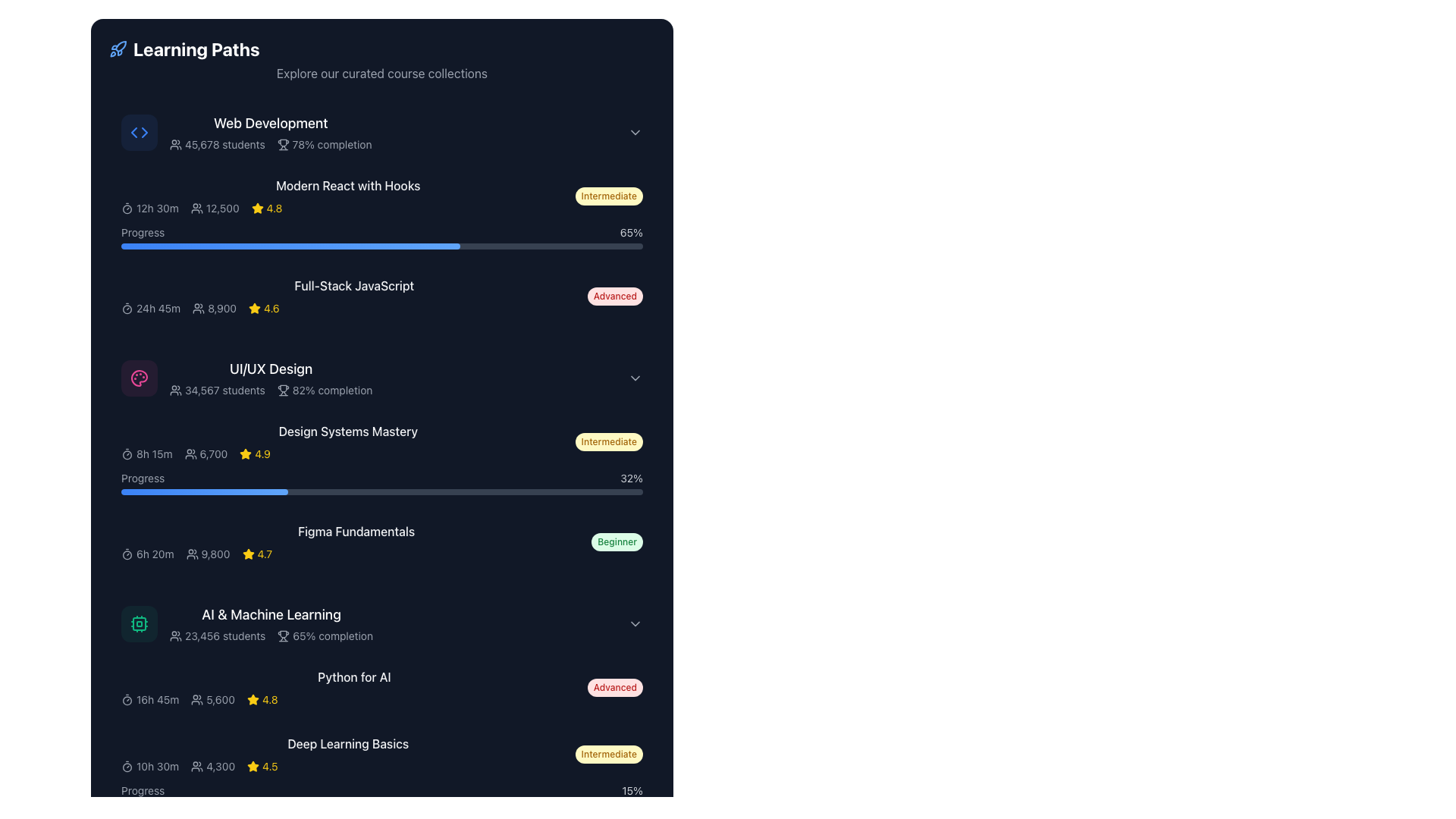 This screenshot has height=819, width=1456. Describe the element at coordinates (382, 73) in the screenshot. I see `the text element stating 'Explore our curated course collections', which is positioned below the 'Learning Paths' title` at that location.